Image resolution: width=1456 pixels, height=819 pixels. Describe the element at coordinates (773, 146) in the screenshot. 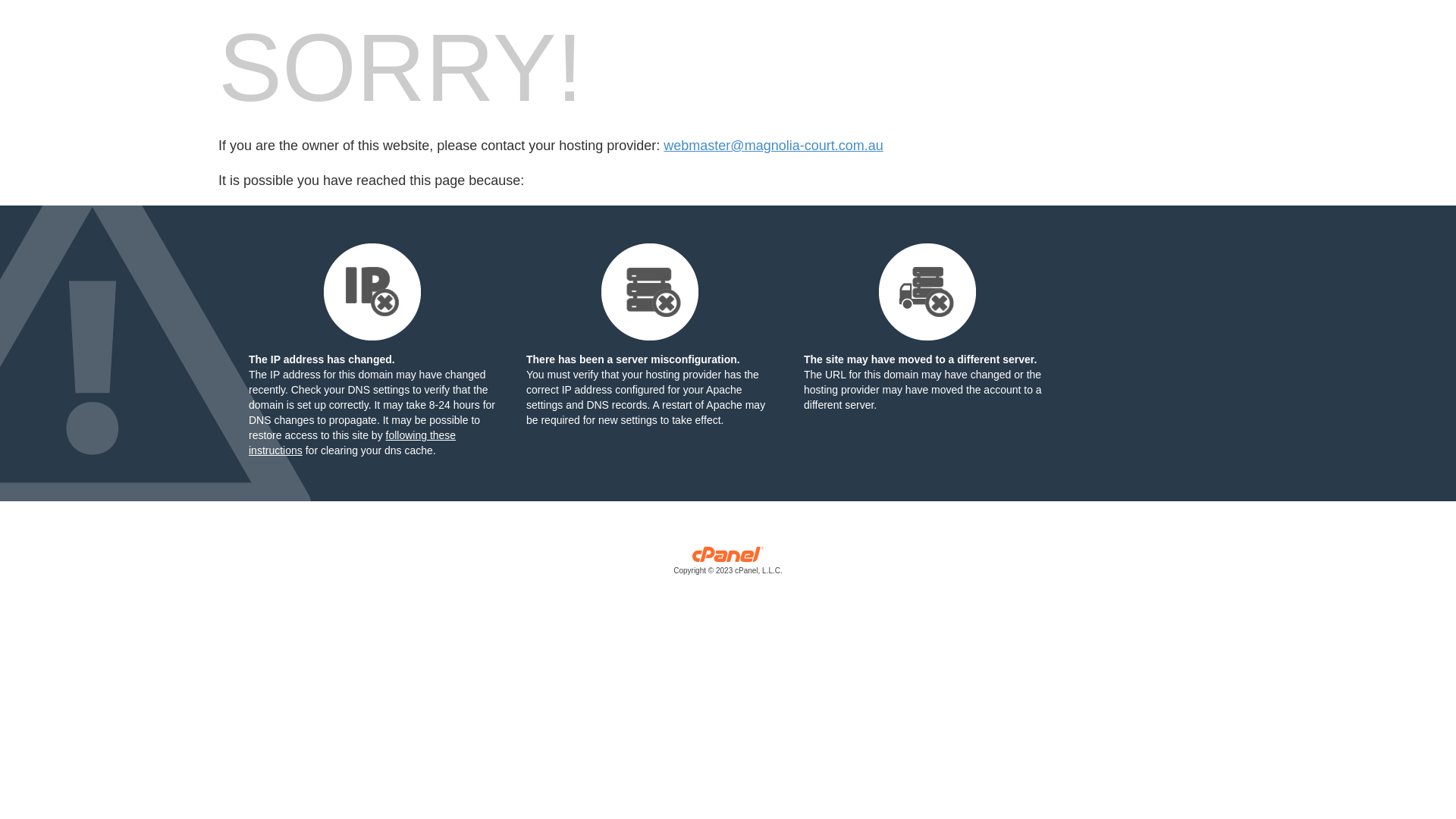

I see `'webmaster@magnolia-court.com.au'` at that location.